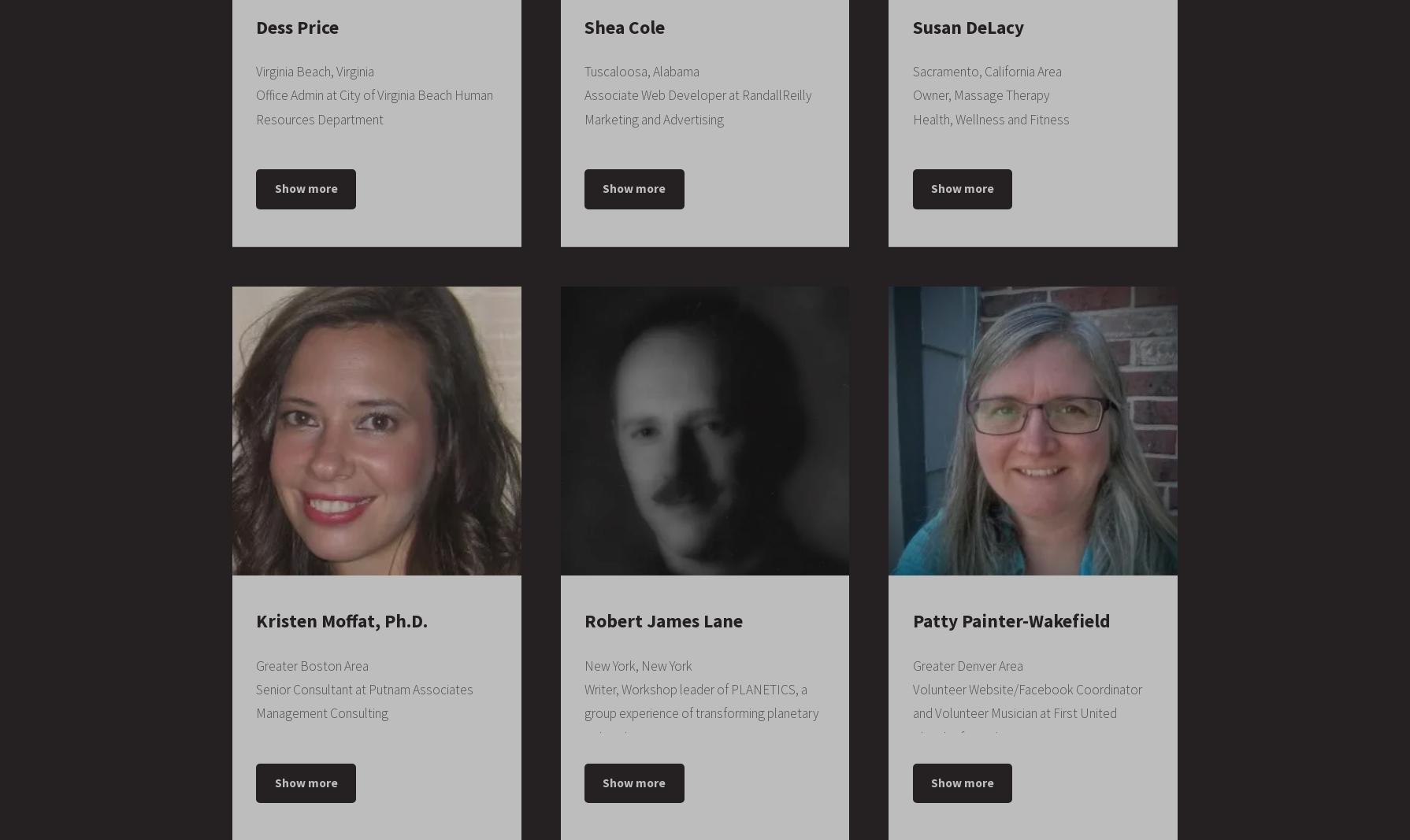 This screenshot has height=840, width=1410. What do you see at coordinates (328, 26) in the screenshot?
I see `'University of Mount Olive'` at bounding box center [328, 26].